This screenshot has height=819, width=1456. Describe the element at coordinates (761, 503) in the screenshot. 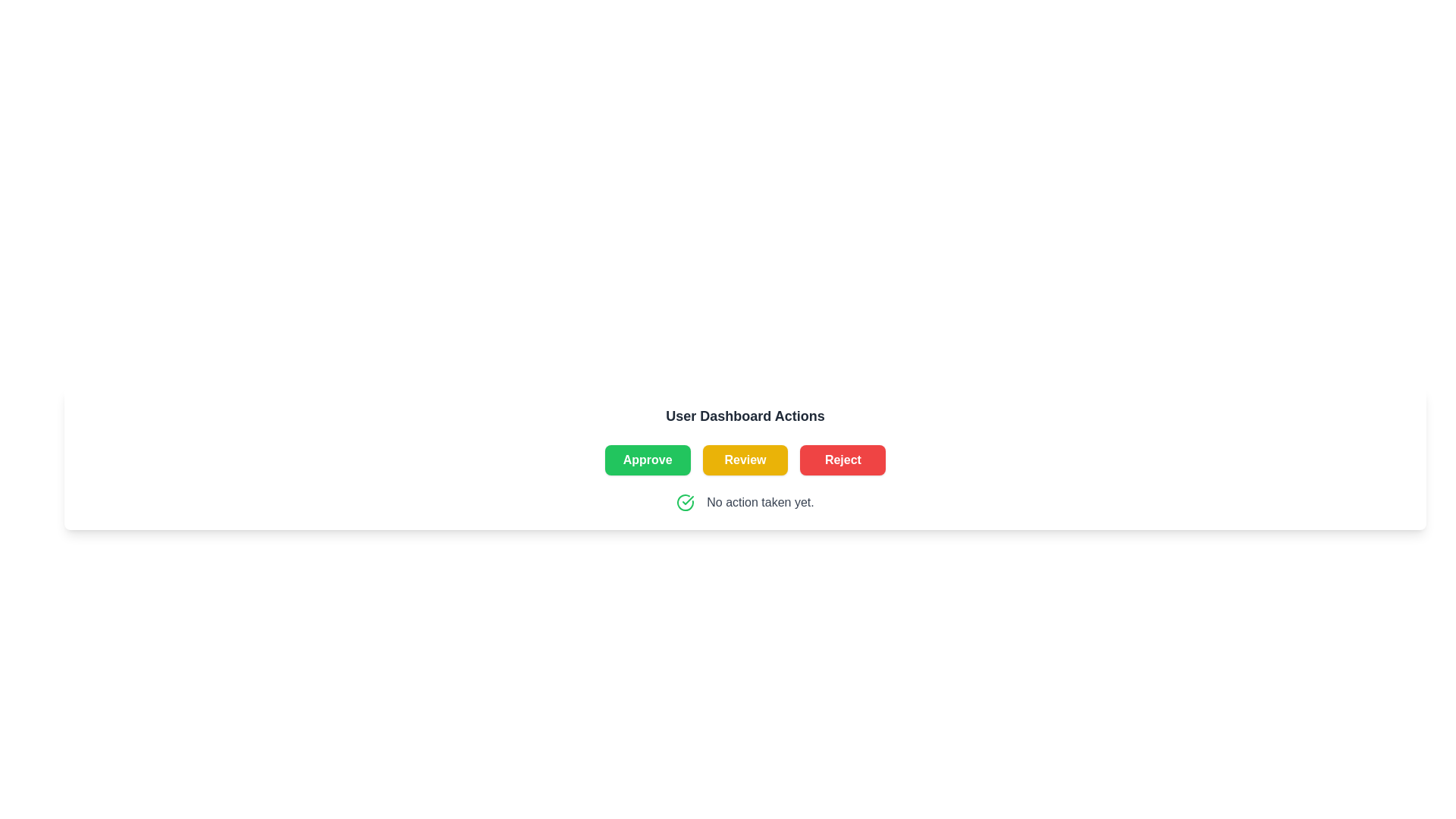

I see `the informative text block that indicates no actions have been performed yet, located to the right of the green circular checkmark icon` at that location.